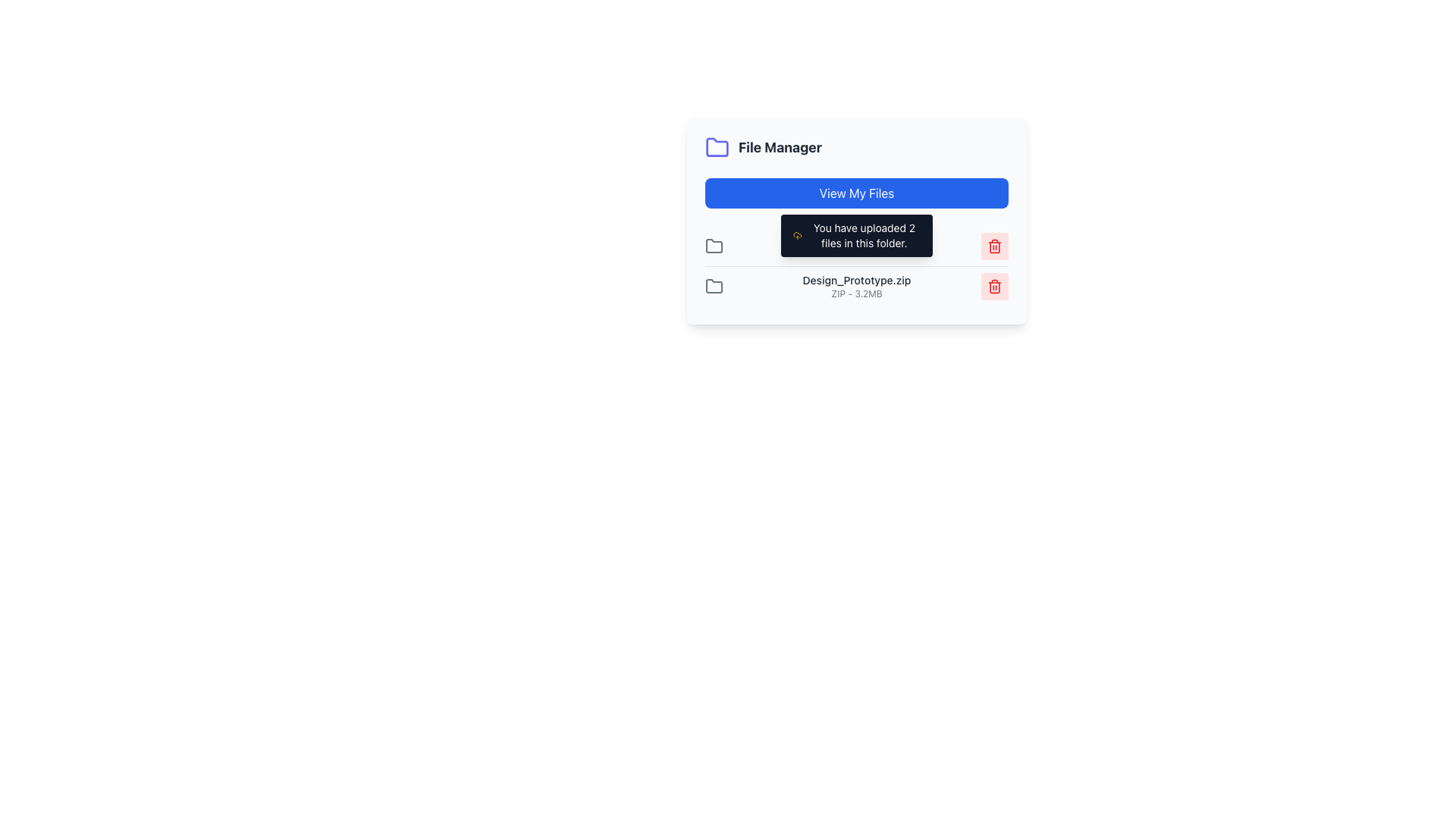 Image resolution: width=1456 pixels, height=819 pixels. What do you see at coordinates (716, 146) in the screenshot?
I see `the stylized folder icon located in the top-left area of the main content card, adjacent to the 'File Manager' text label` at bounding box center [716, 146].